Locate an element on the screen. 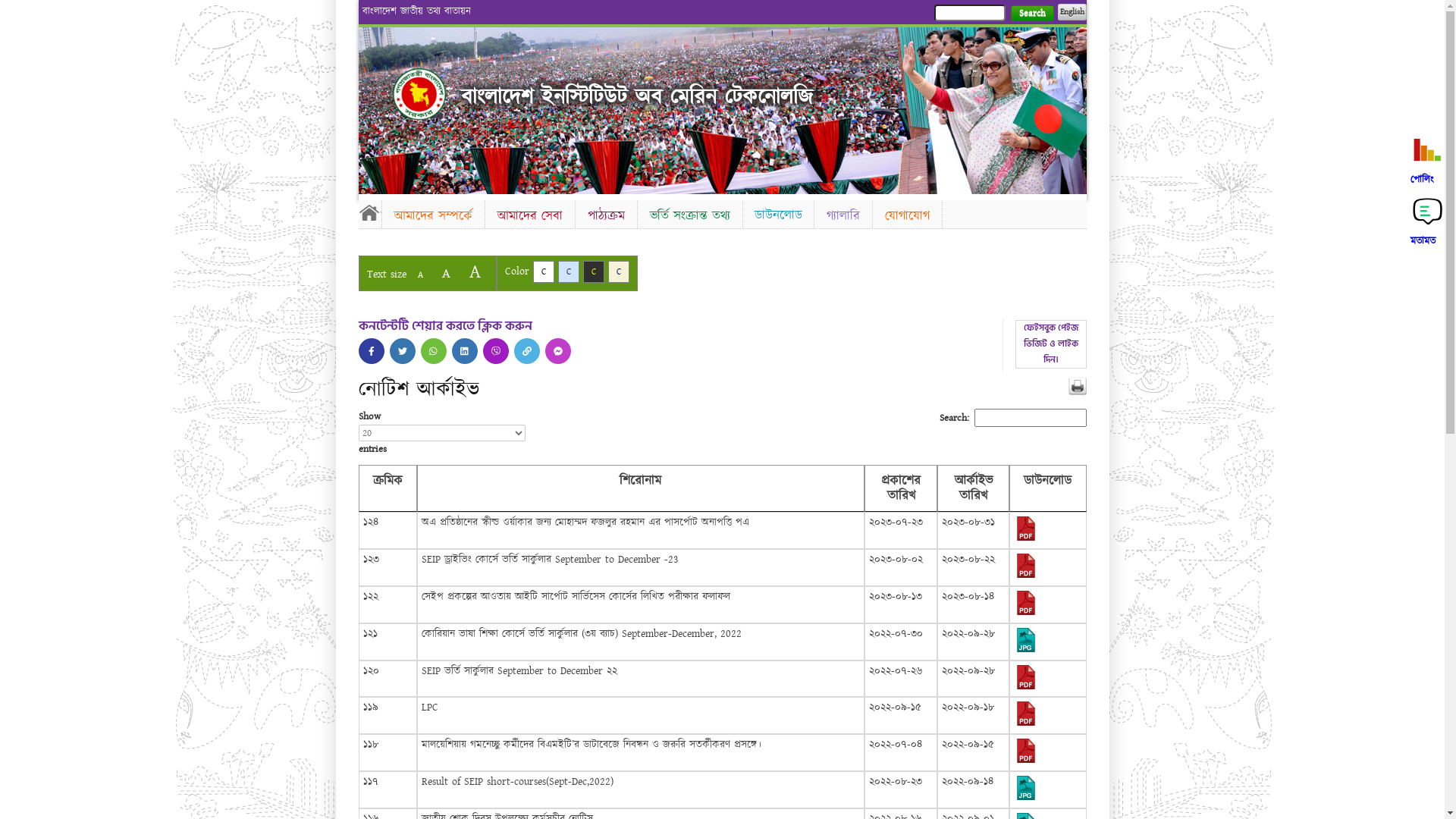 Image resolution: width=1456 pixels, height=819 pixels. 'C' is located at coordinates (542, 271).